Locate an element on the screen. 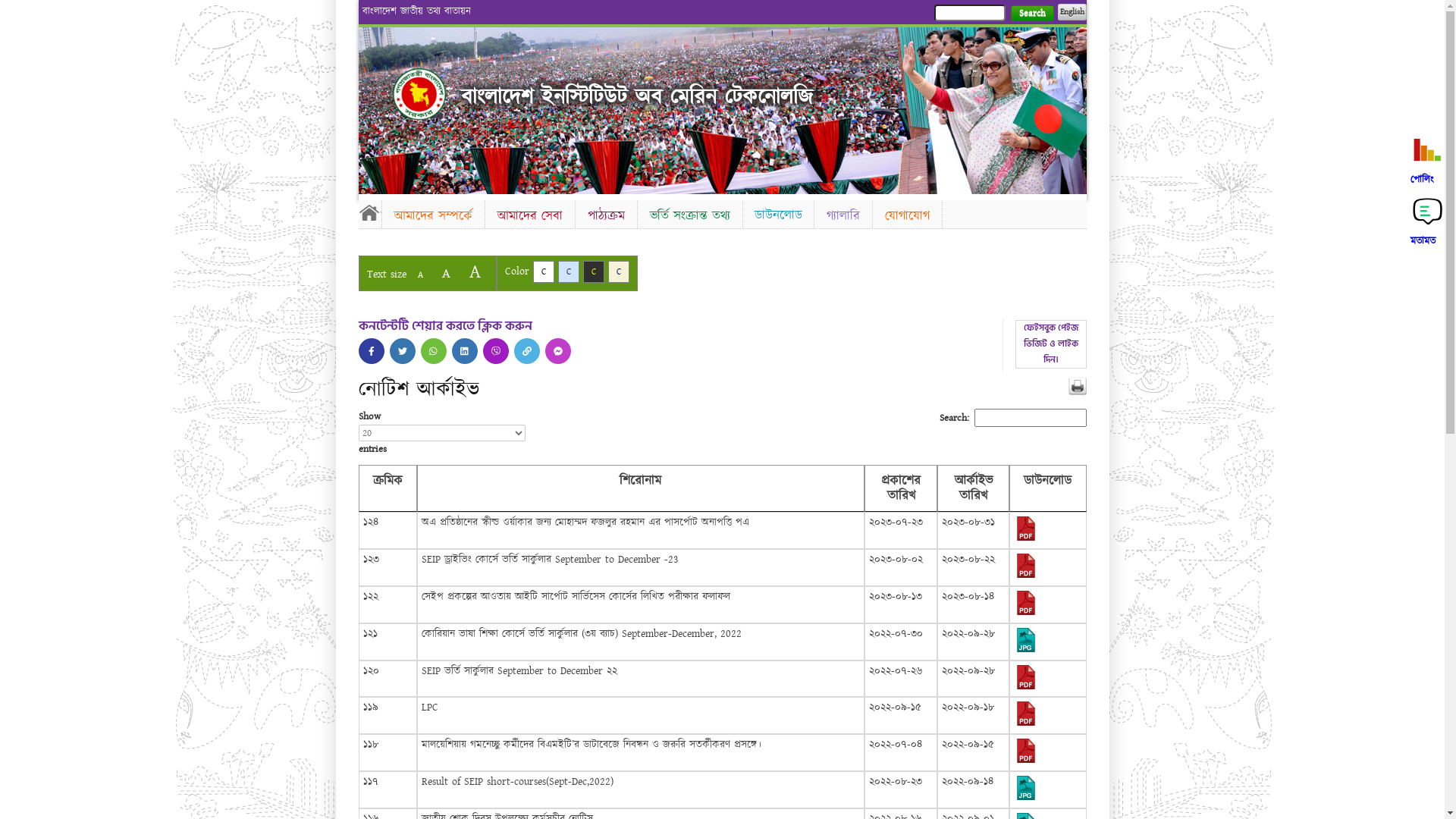 Image resolution: width=1456 pixels, height=819 pixels. 'C' is located at coordinates (542, 271).